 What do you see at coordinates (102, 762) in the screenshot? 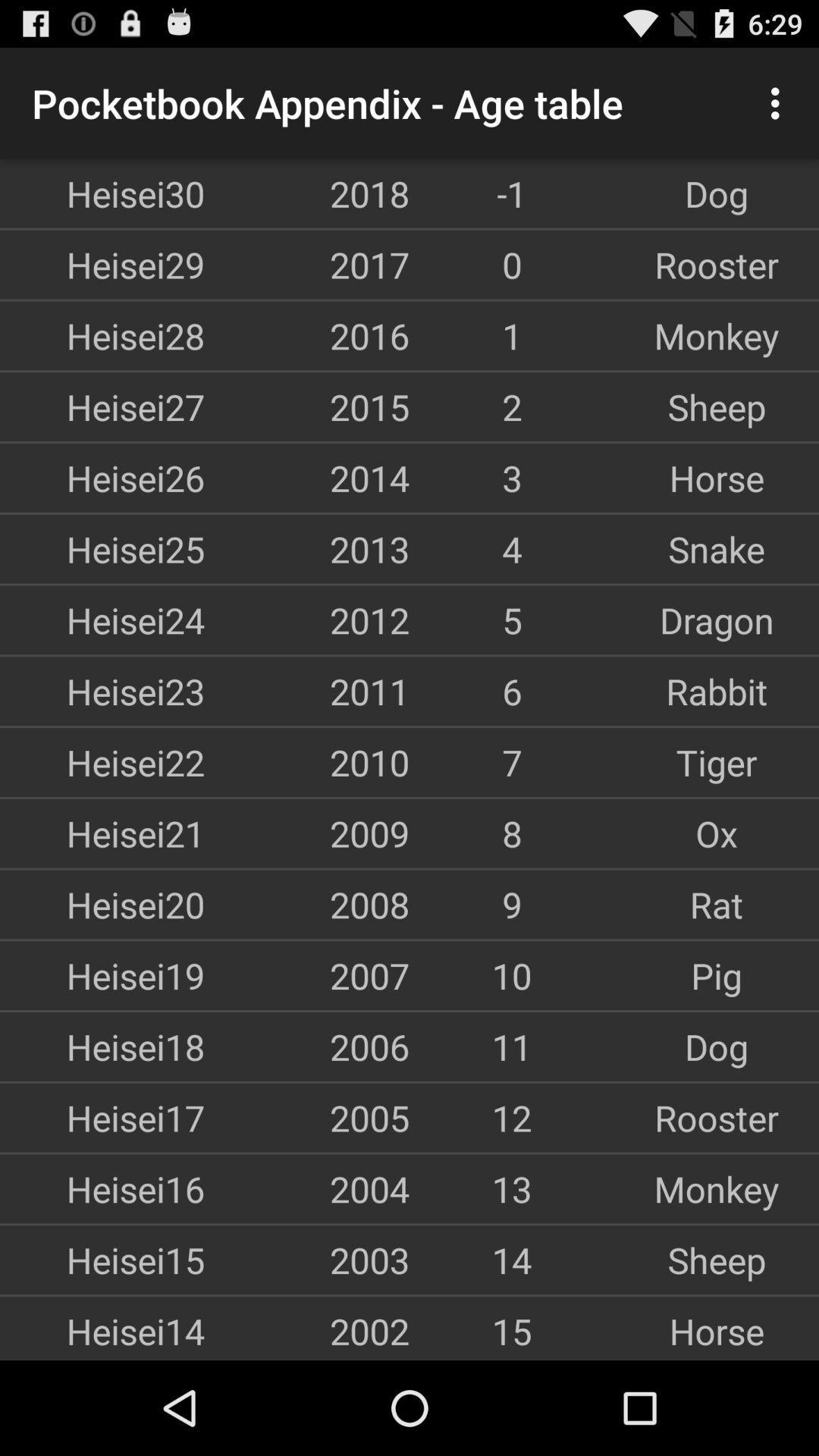
I see `the app above heisei21` at bounding box center [102, 762].